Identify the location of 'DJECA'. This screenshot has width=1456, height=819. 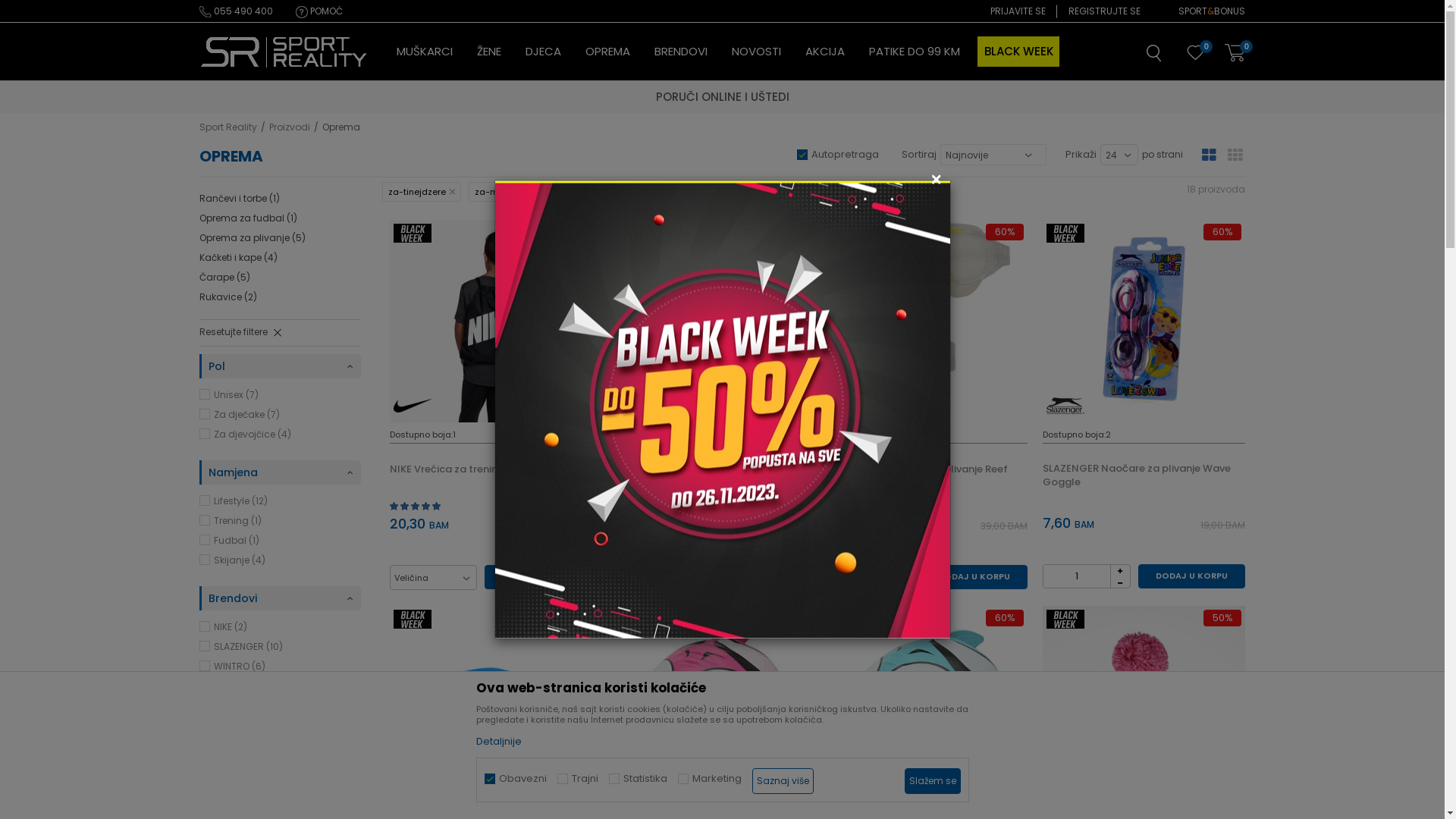
(542, 51).